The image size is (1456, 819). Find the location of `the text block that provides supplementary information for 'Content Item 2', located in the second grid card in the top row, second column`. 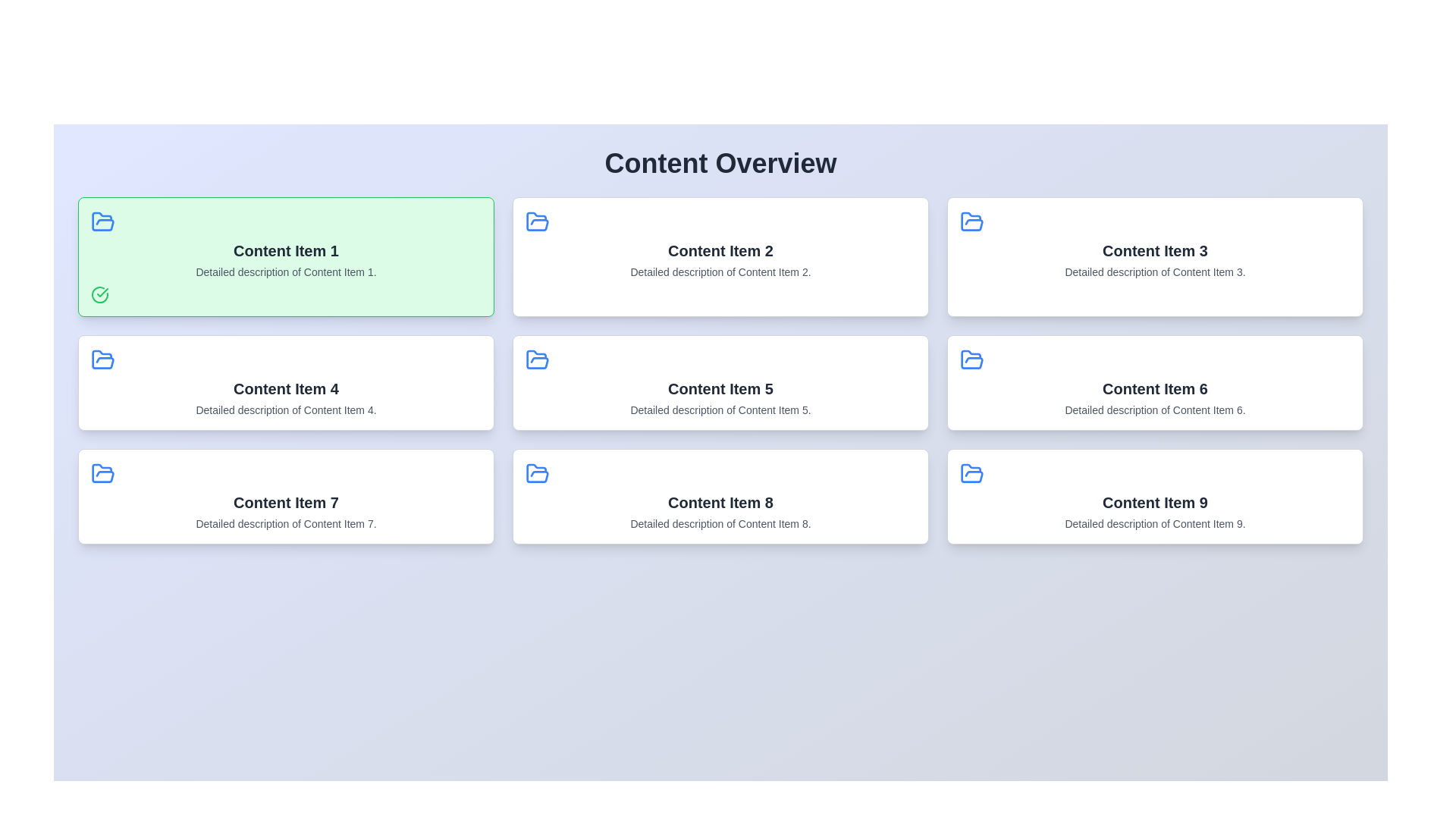

the text block that provides supplementary information for 'Content Item 2', located in the second grid card in the top row, second column is located at coordinates (720, 271).